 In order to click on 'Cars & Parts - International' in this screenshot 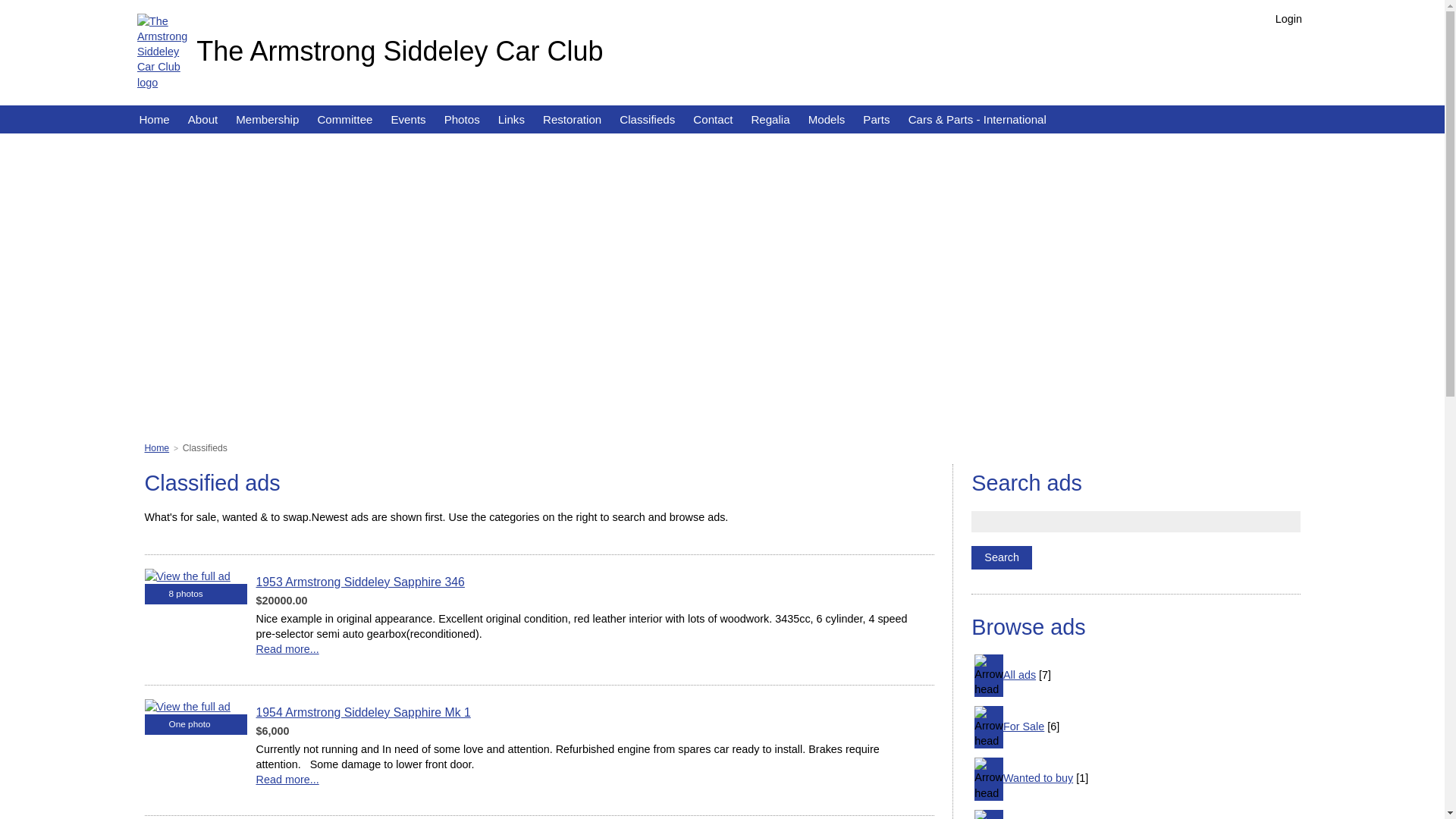, I will do `click(899, 119)`.